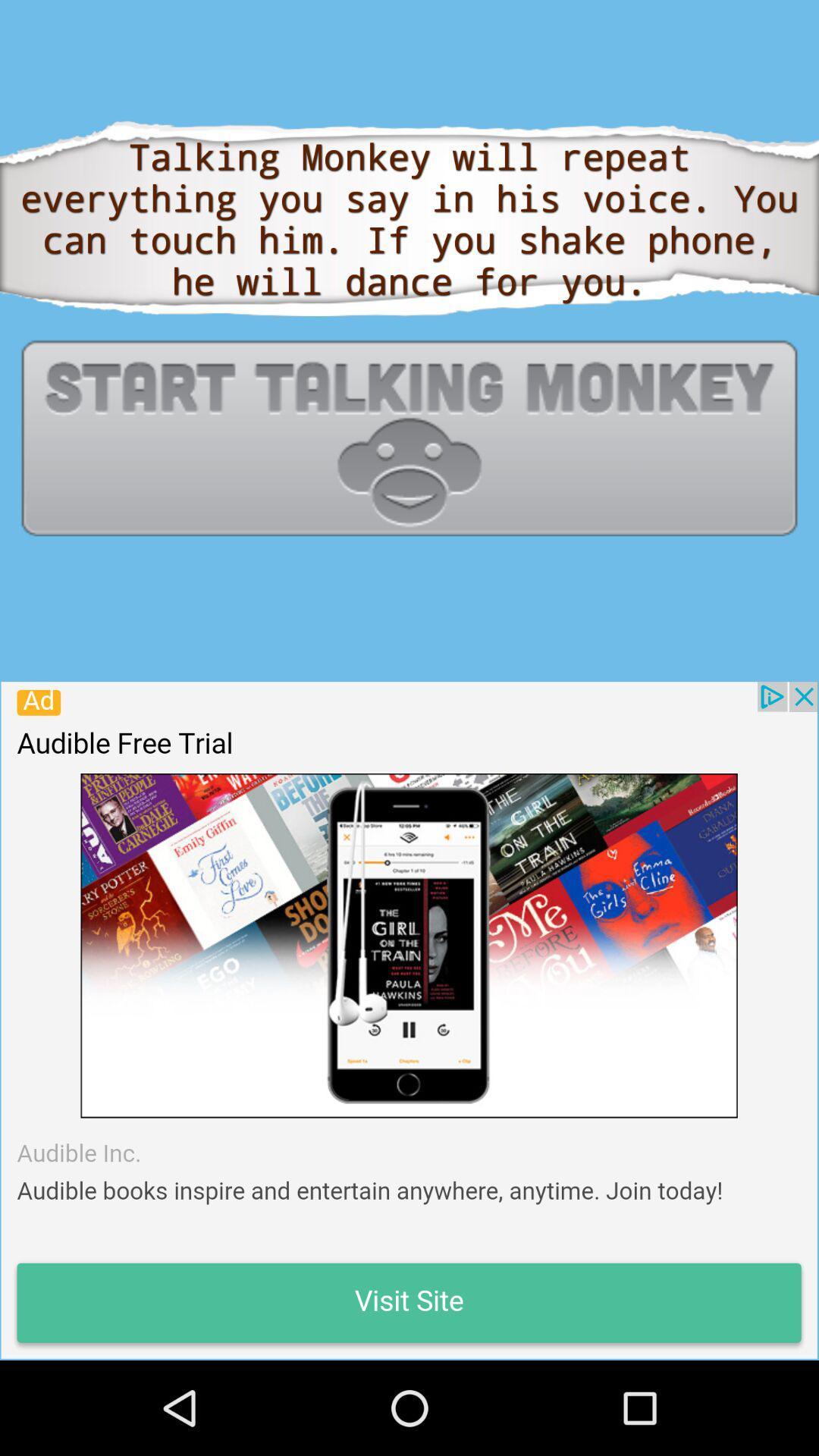  I want to click on advetisement, so click(408, 1020).